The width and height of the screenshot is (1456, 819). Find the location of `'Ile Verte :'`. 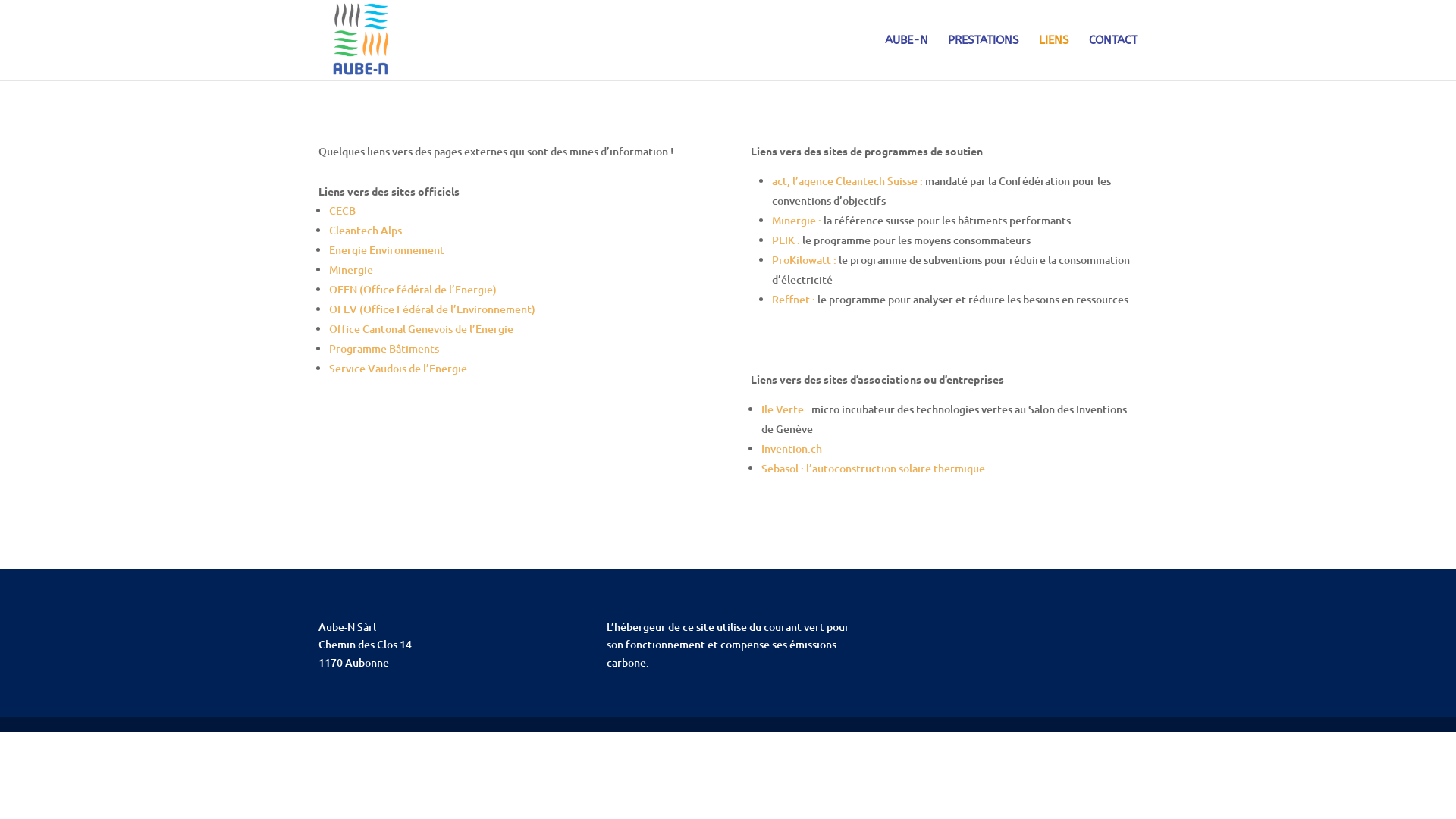

'Ile Verte :' is located at coordinates (761, 408).